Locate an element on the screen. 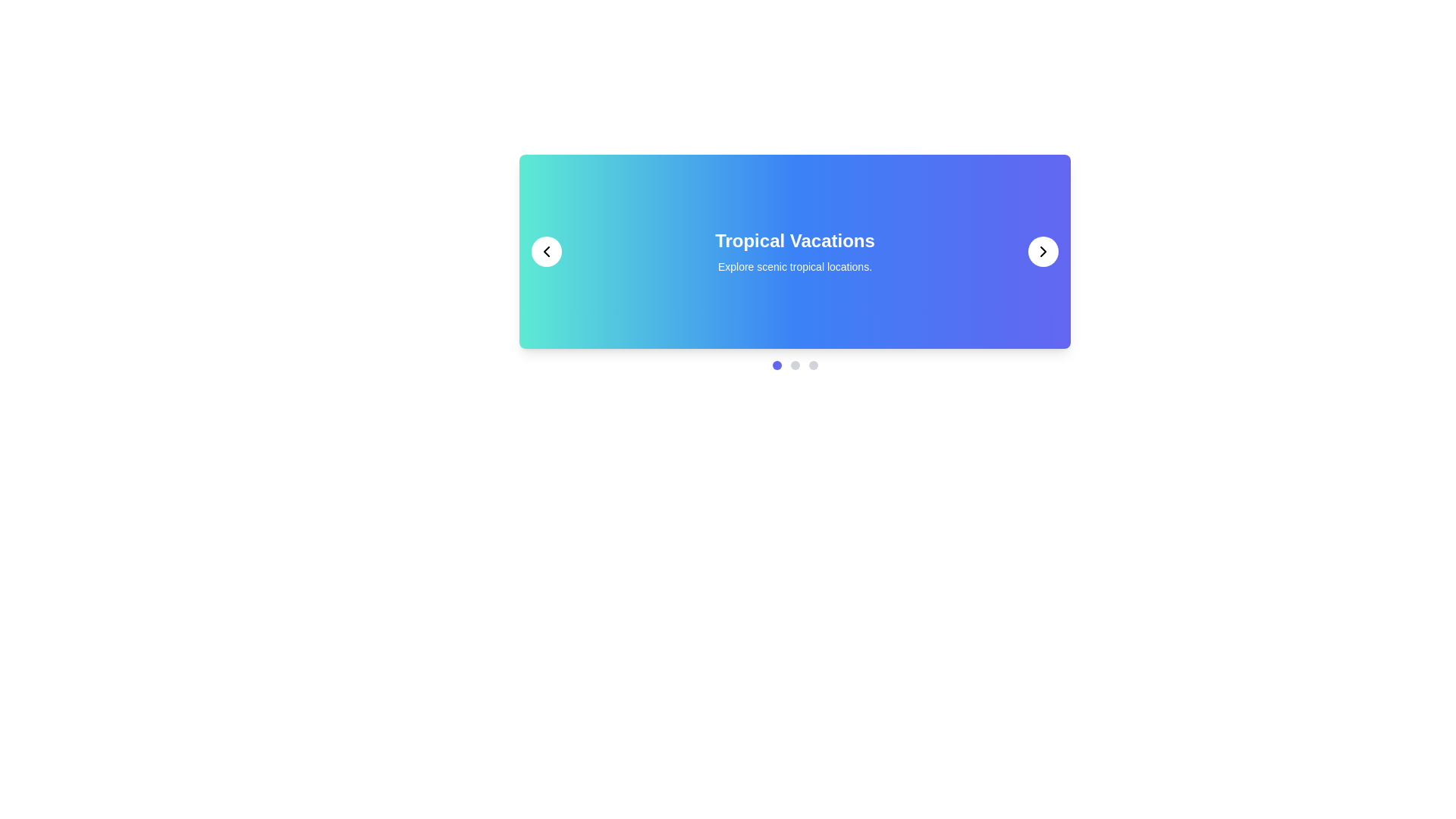 The width and height of the screenshot is (1456, 819). the second dot of the carousel indicator is located at coordinates (794, 366).